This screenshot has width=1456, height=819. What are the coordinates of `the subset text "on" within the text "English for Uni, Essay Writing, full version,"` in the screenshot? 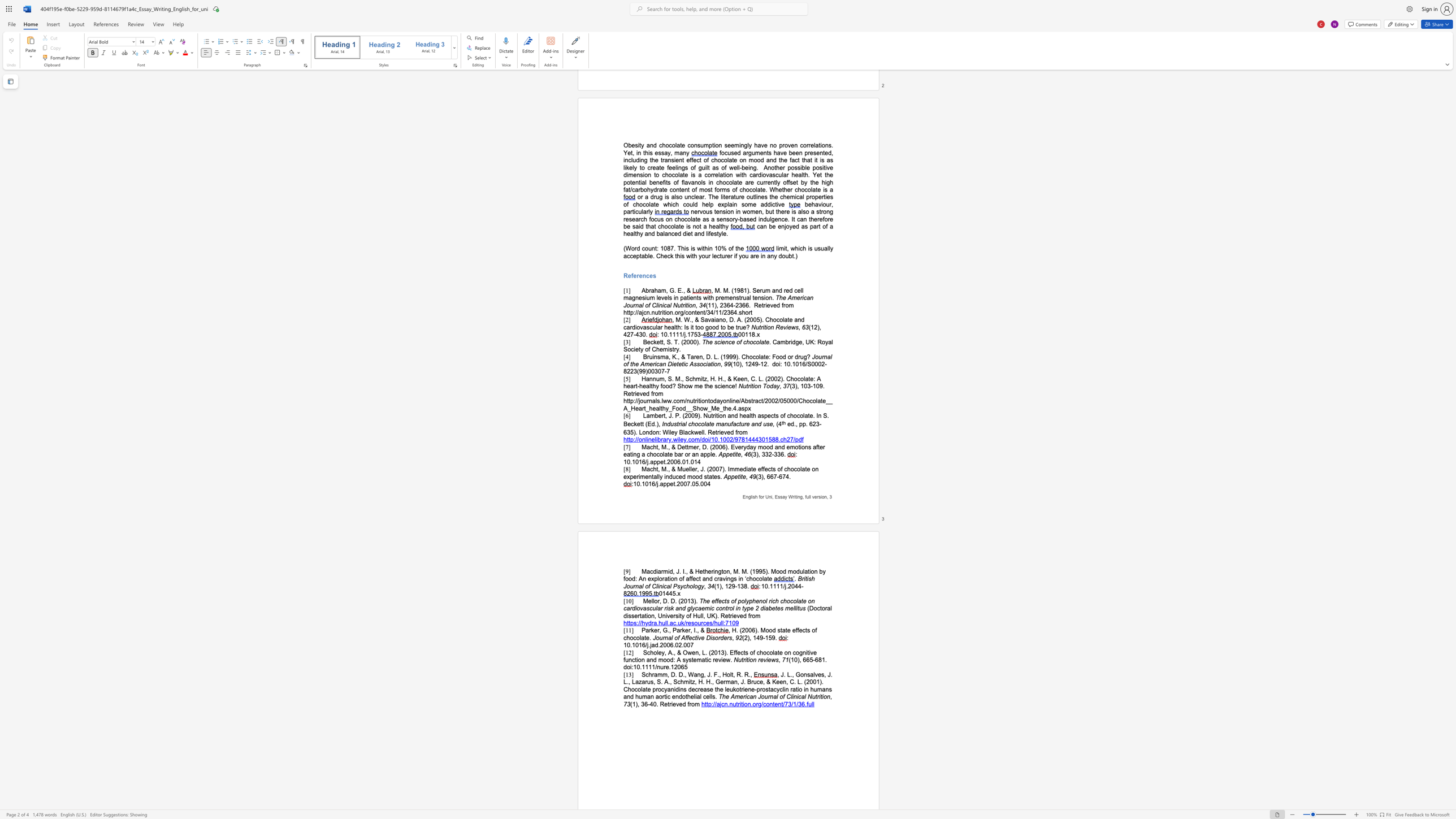 It's located at (821, 496).